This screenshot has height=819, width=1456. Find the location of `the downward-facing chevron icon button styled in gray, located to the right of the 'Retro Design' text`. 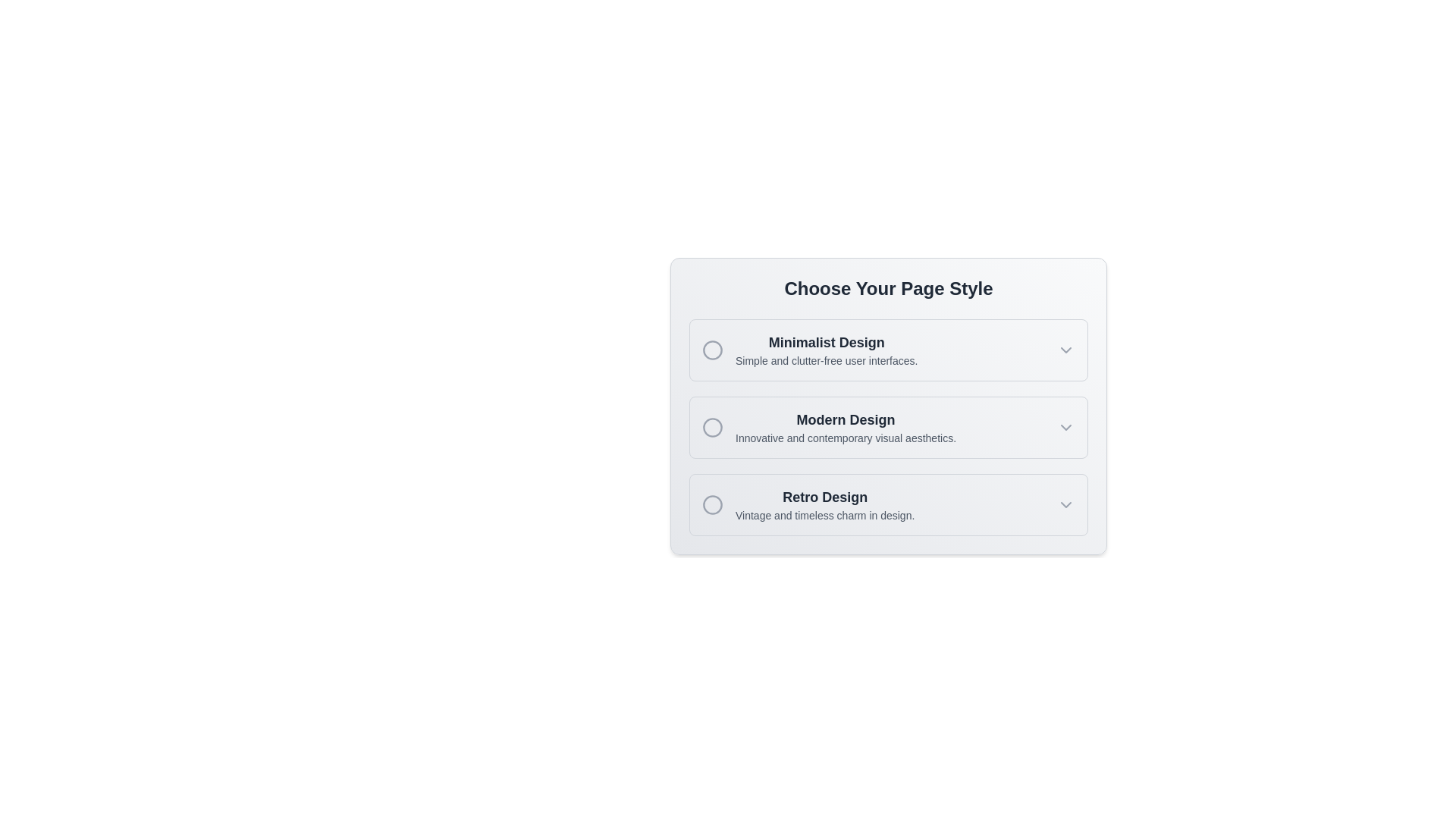

the downward-facing chevron icon button styled in gray, located to the right of the 'Retro Design' text is located at coordinates (1065, 505).